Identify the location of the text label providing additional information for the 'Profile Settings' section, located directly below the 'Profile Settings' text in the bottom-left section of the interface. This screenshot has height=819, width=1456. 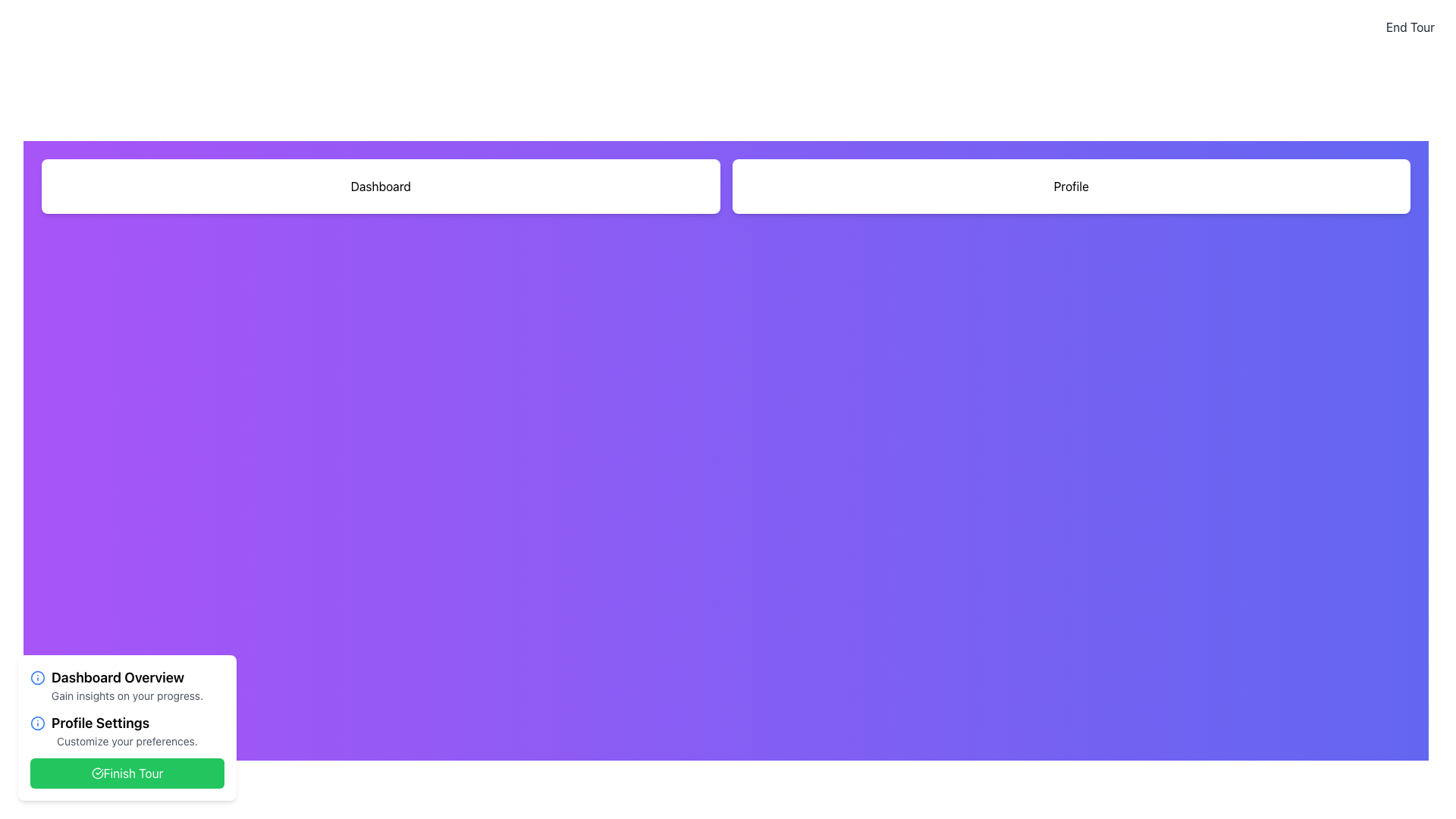
(127, 741).